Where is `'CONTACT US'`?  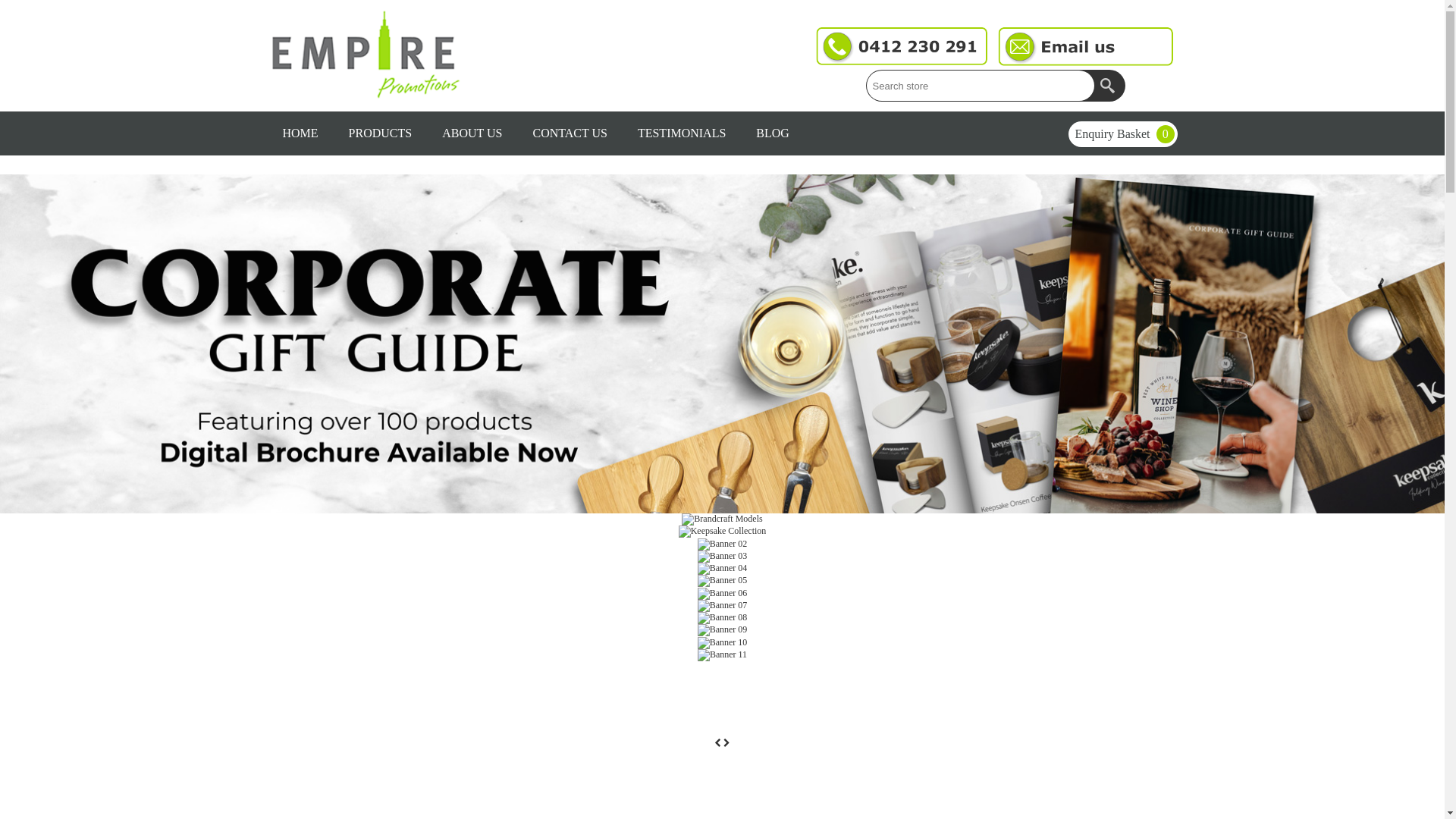
'CONTACT US' is located at coordinates (568, 133).